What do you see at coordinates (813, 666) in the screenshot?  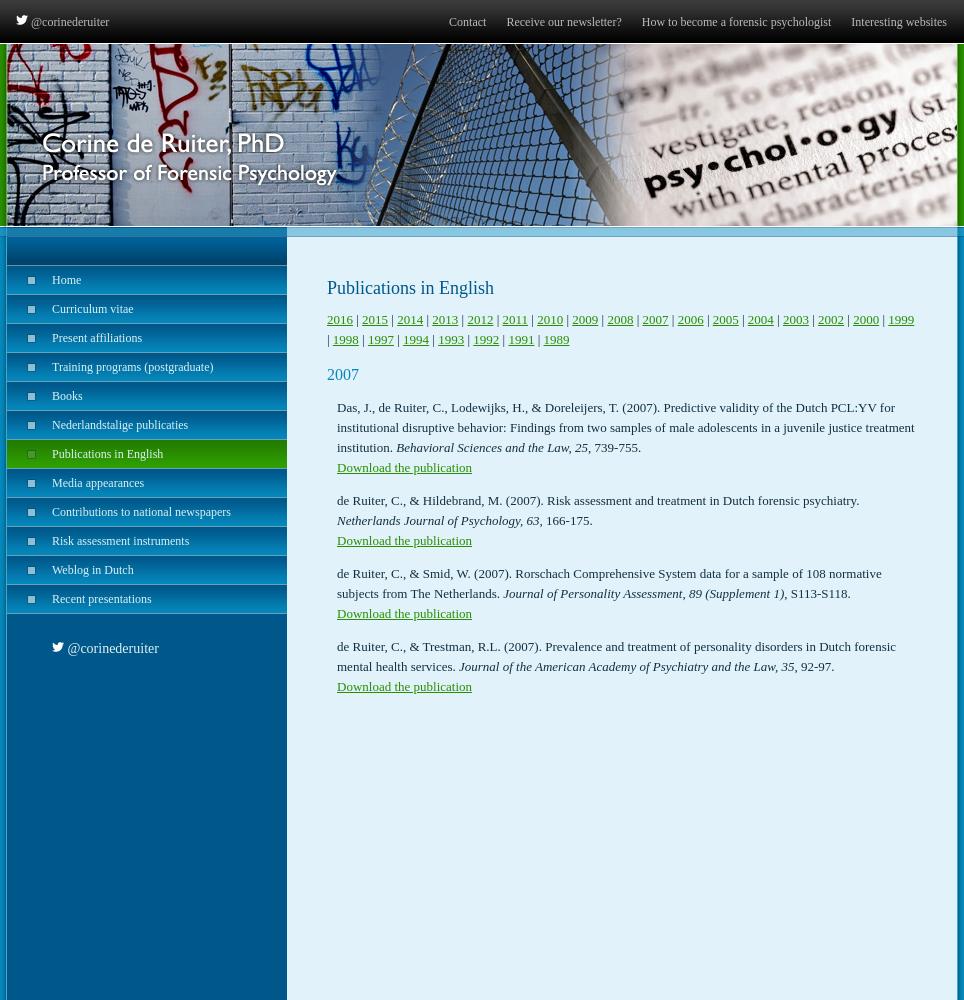 I see `', 92-97.'` at bounding box center [813, 666].